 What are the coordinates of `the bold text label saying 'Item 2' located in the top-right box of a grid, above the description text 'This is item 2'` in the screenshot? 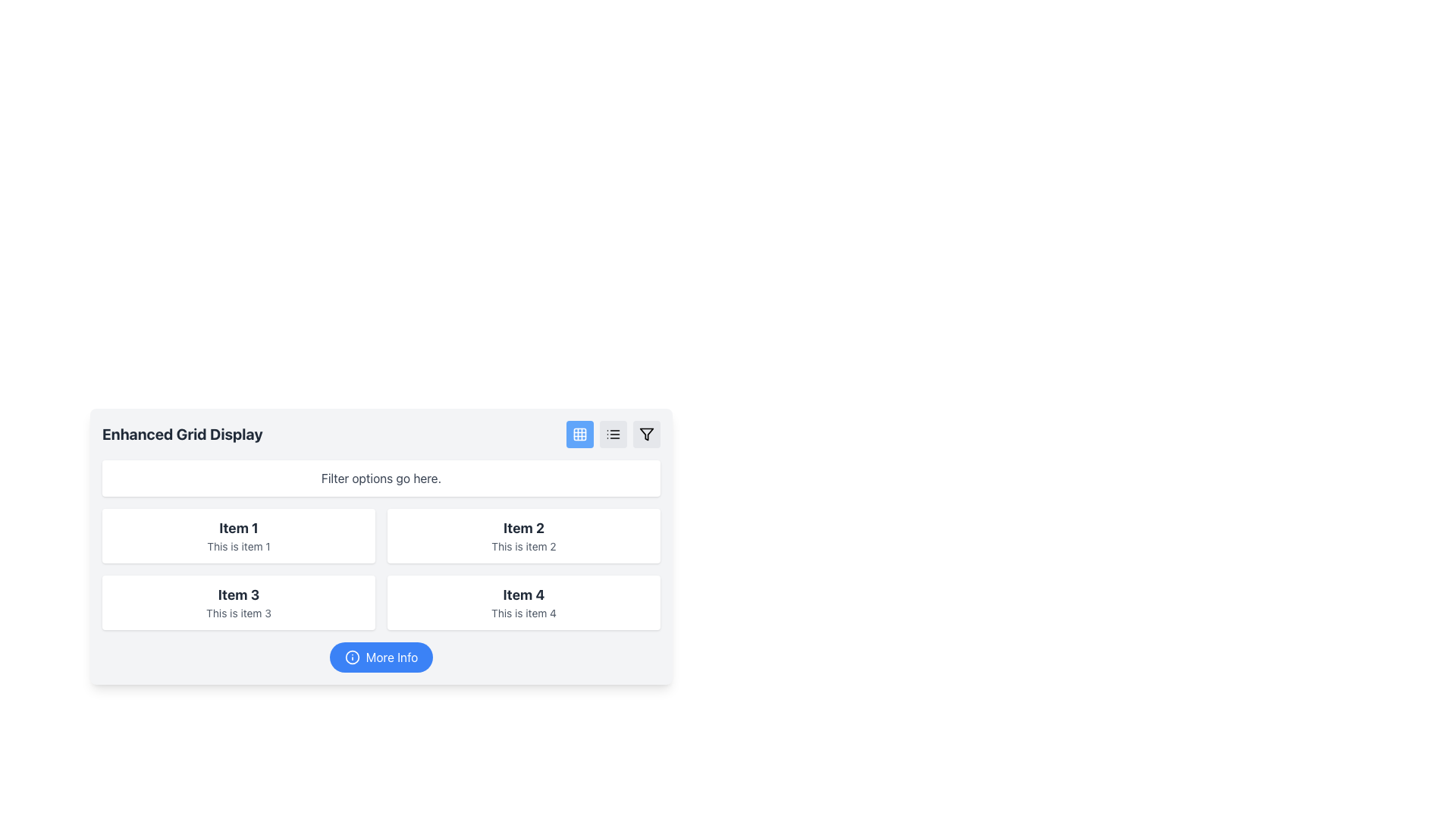 It's located at (524, 528).